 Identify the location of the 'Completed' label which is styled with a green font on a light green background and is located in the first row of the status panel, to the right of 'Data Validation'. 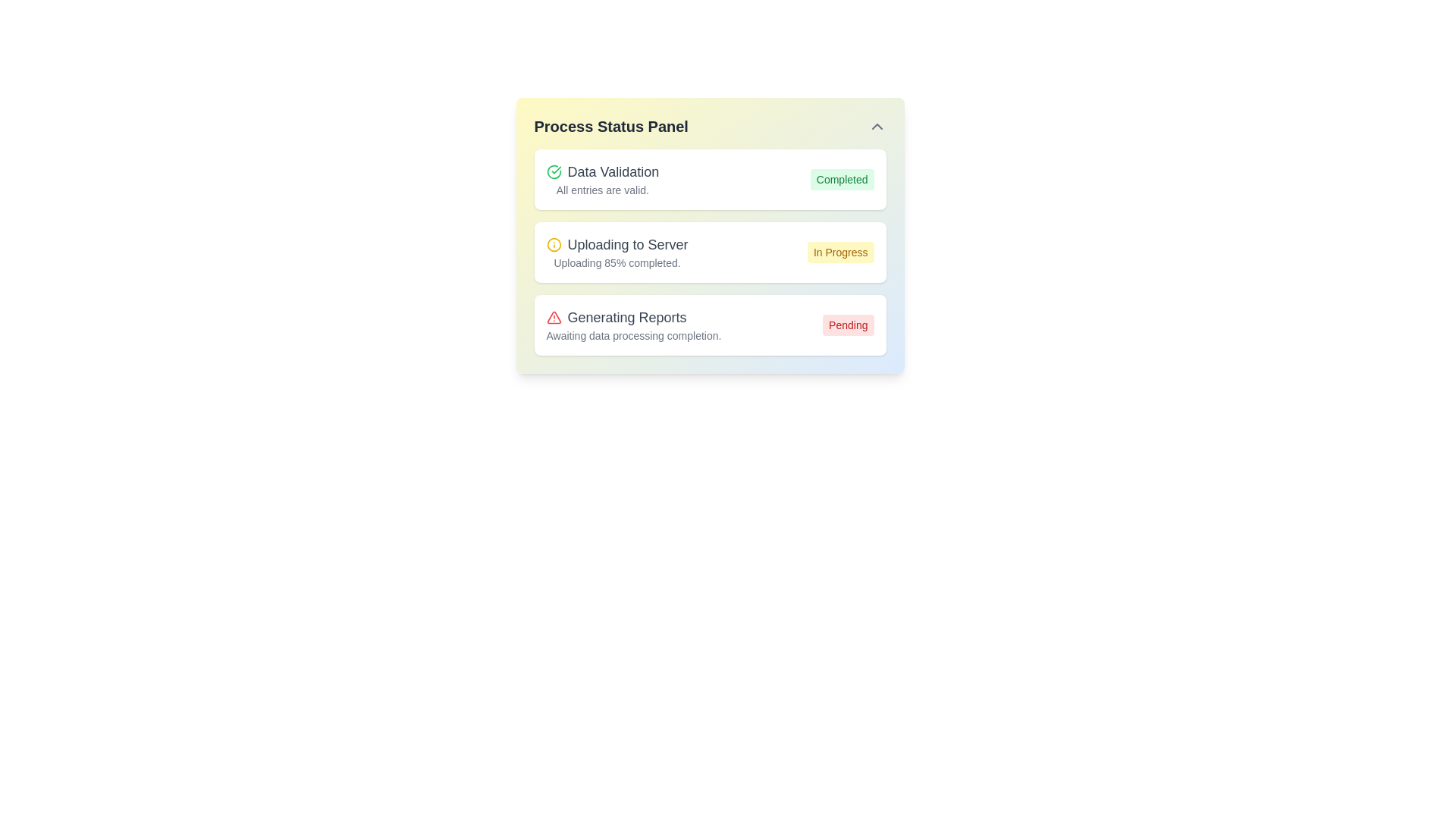
(841, 178).